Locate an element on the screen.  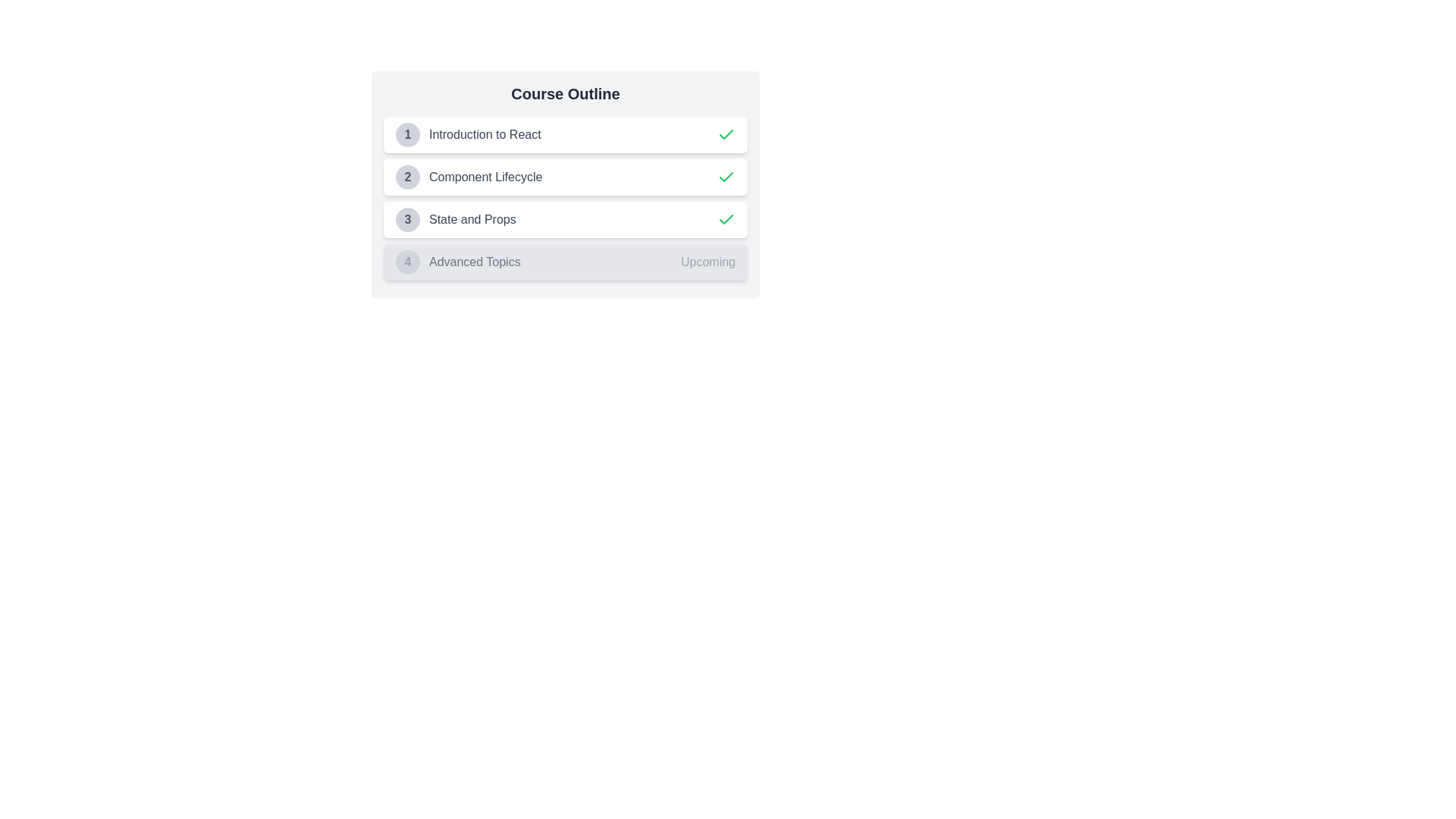
the text label displaying 'Advanced Topics', which is part of the course outline list and aligned with the numeral '4' is located at coordinates (474, 262).